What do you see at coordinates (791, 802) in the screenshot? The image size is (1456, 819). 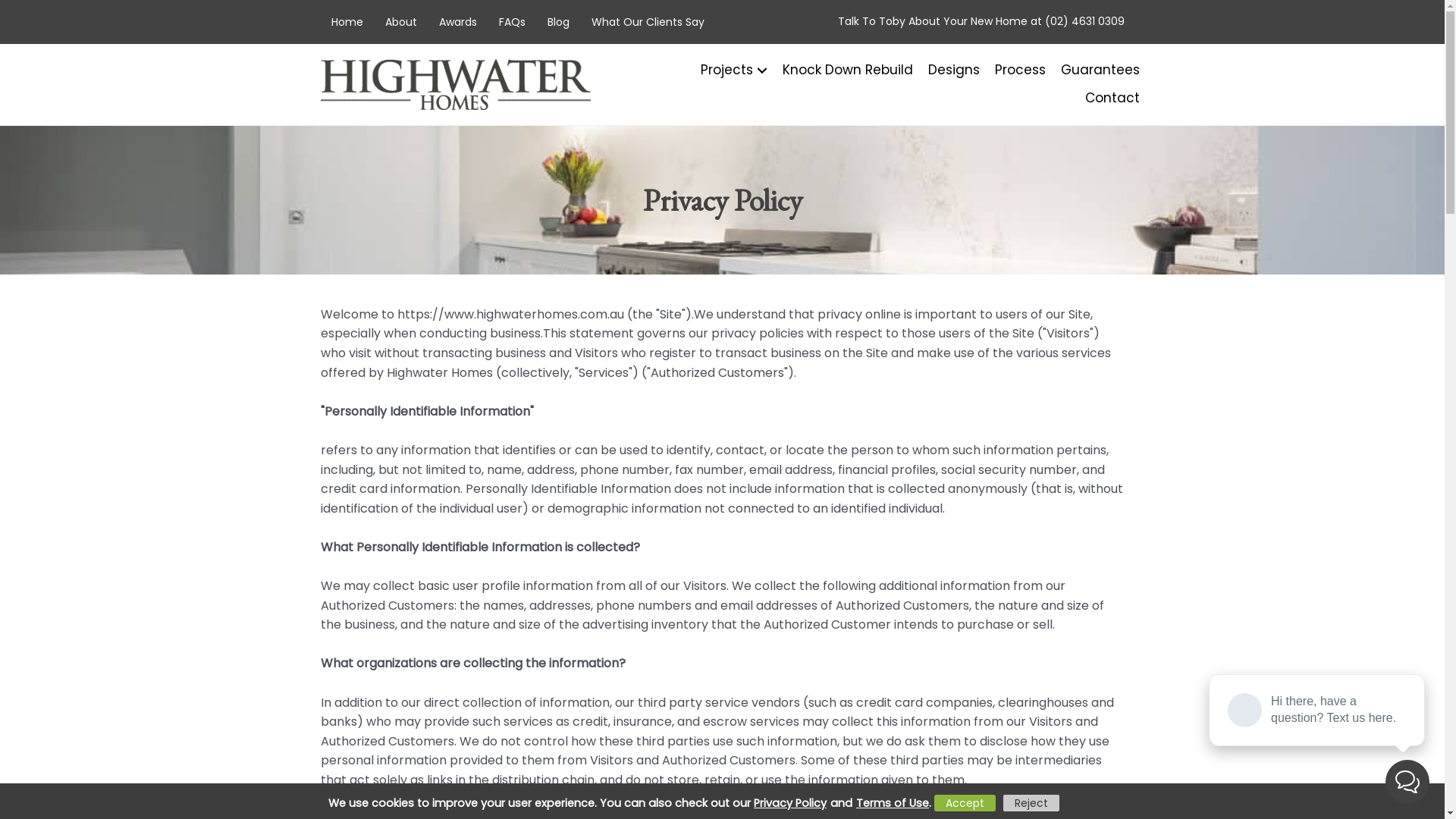 I see `'Privacy Policy'` at bounding box center [791, 802].